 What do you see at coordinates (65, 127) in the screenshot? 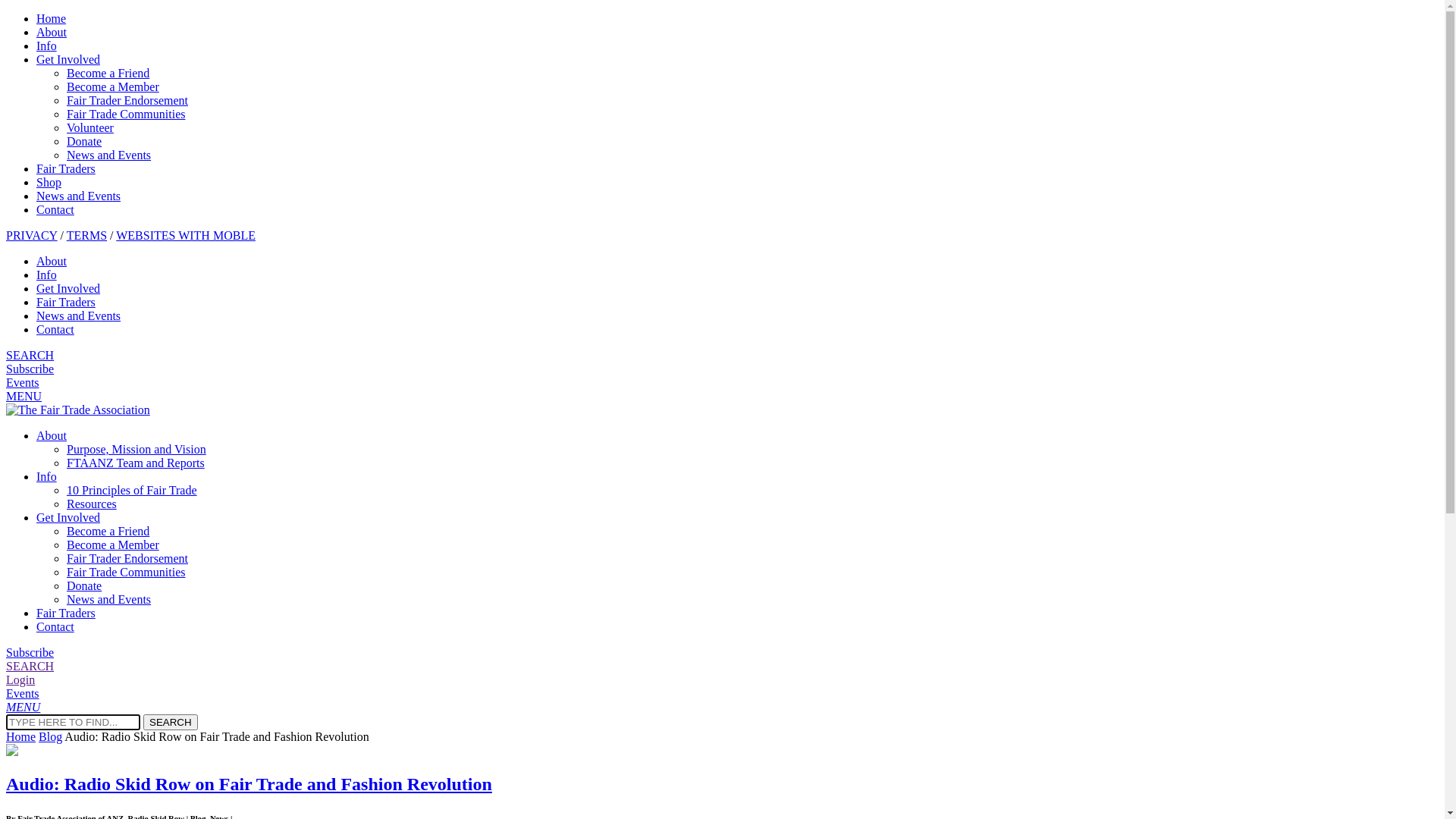
I see `'Volunteer'` at bounding box center [65, 127].